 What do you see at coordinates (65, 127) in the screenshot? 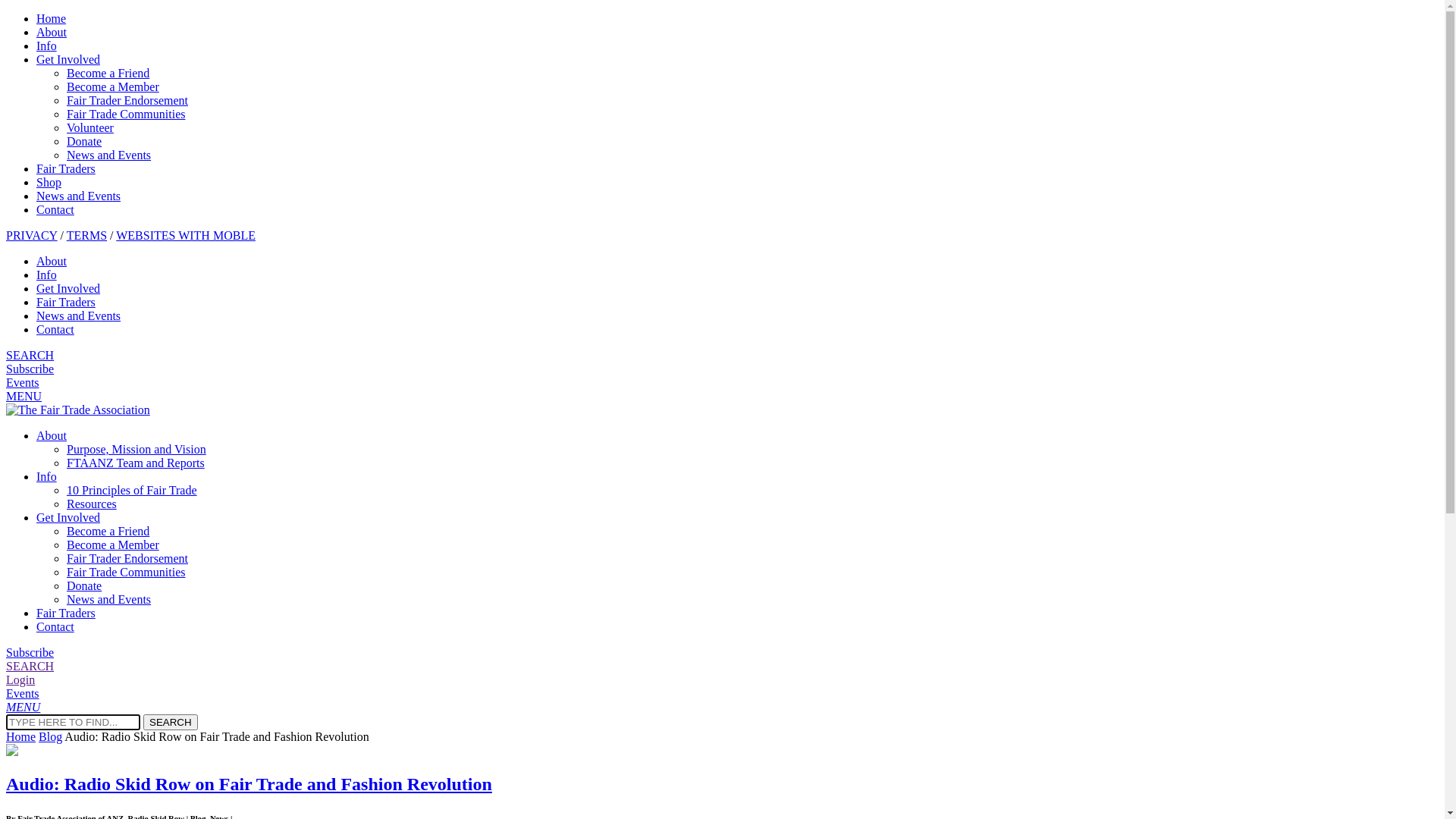
I see `'Volunteer'` at bounding box center [65, 127].